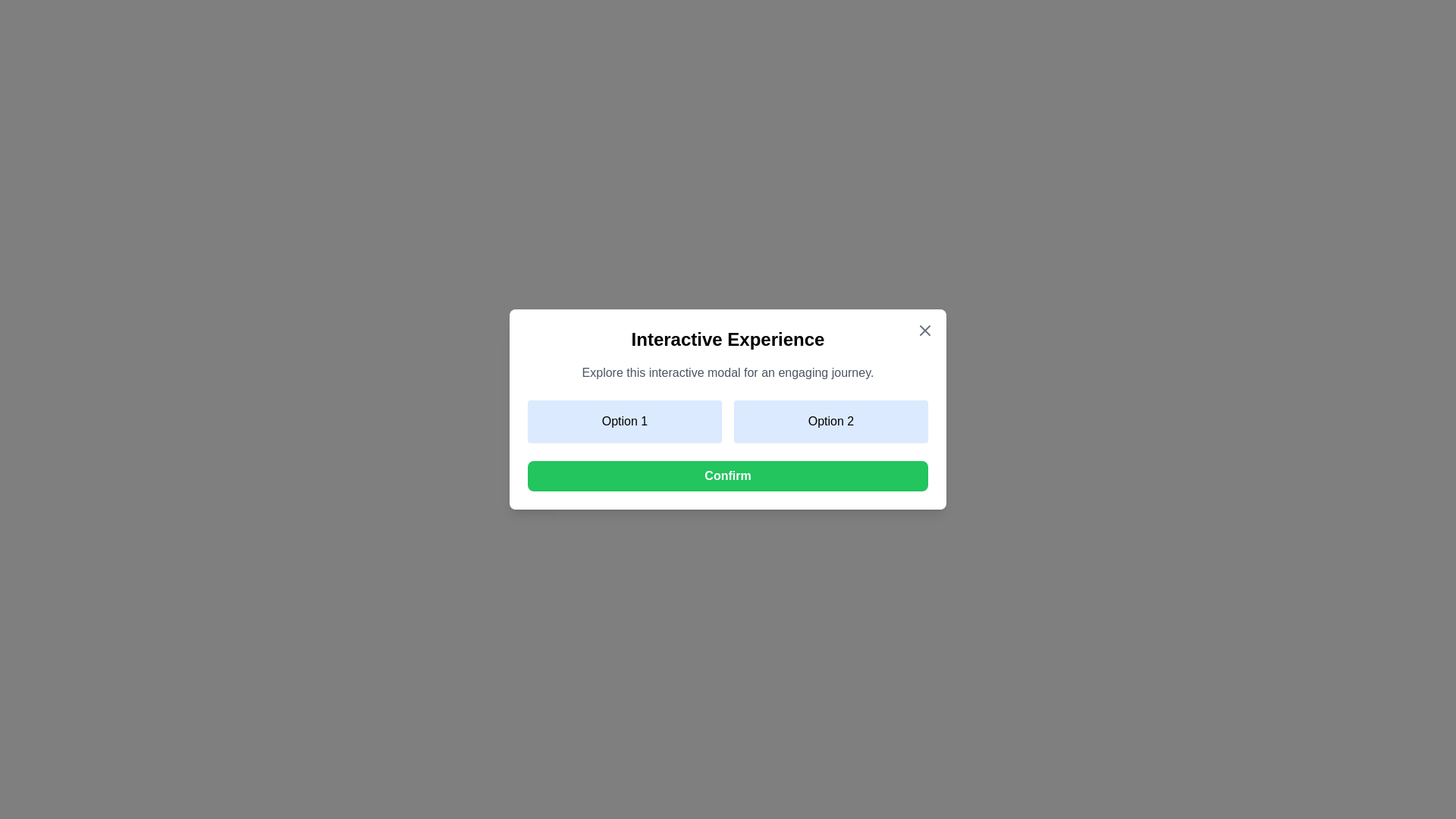 The height and width of the screenshot is (819, 1456). What do you see at coordinates (728, 475) in the screenshot?
I see `the green 'Confirm' button with rounded edges to observe the hover effect` at bounding box center [728, 475].